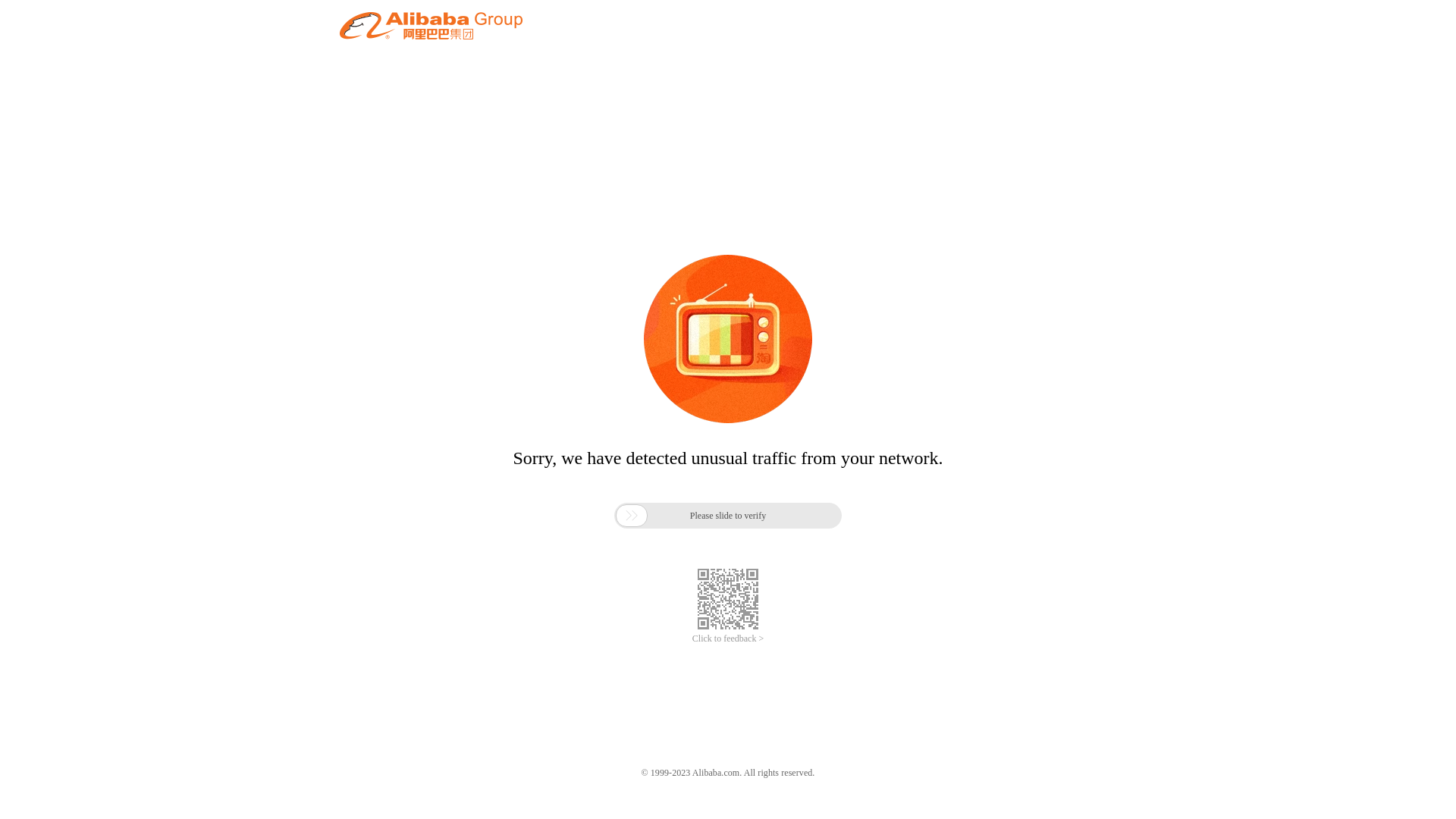 The image size is (1456, 819). Describe the element at coordinates (728, 639) in the screenshot. I see `'Click to feedback >'` at that location.